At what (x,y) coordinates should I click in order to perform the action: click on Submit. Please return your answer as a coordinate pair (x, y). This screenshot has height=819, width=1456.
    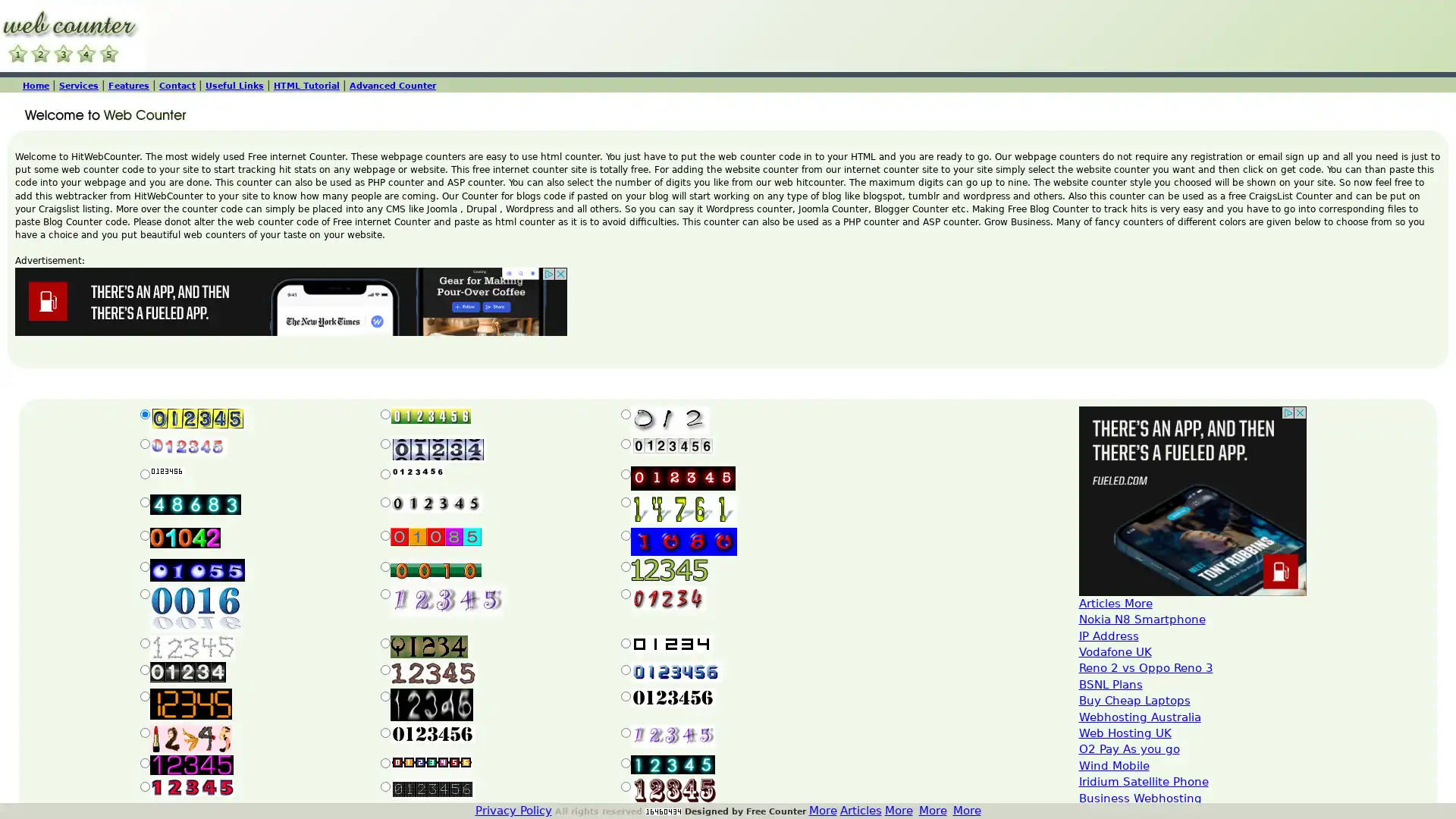
    Looking at the image, I should click on (668, 570).